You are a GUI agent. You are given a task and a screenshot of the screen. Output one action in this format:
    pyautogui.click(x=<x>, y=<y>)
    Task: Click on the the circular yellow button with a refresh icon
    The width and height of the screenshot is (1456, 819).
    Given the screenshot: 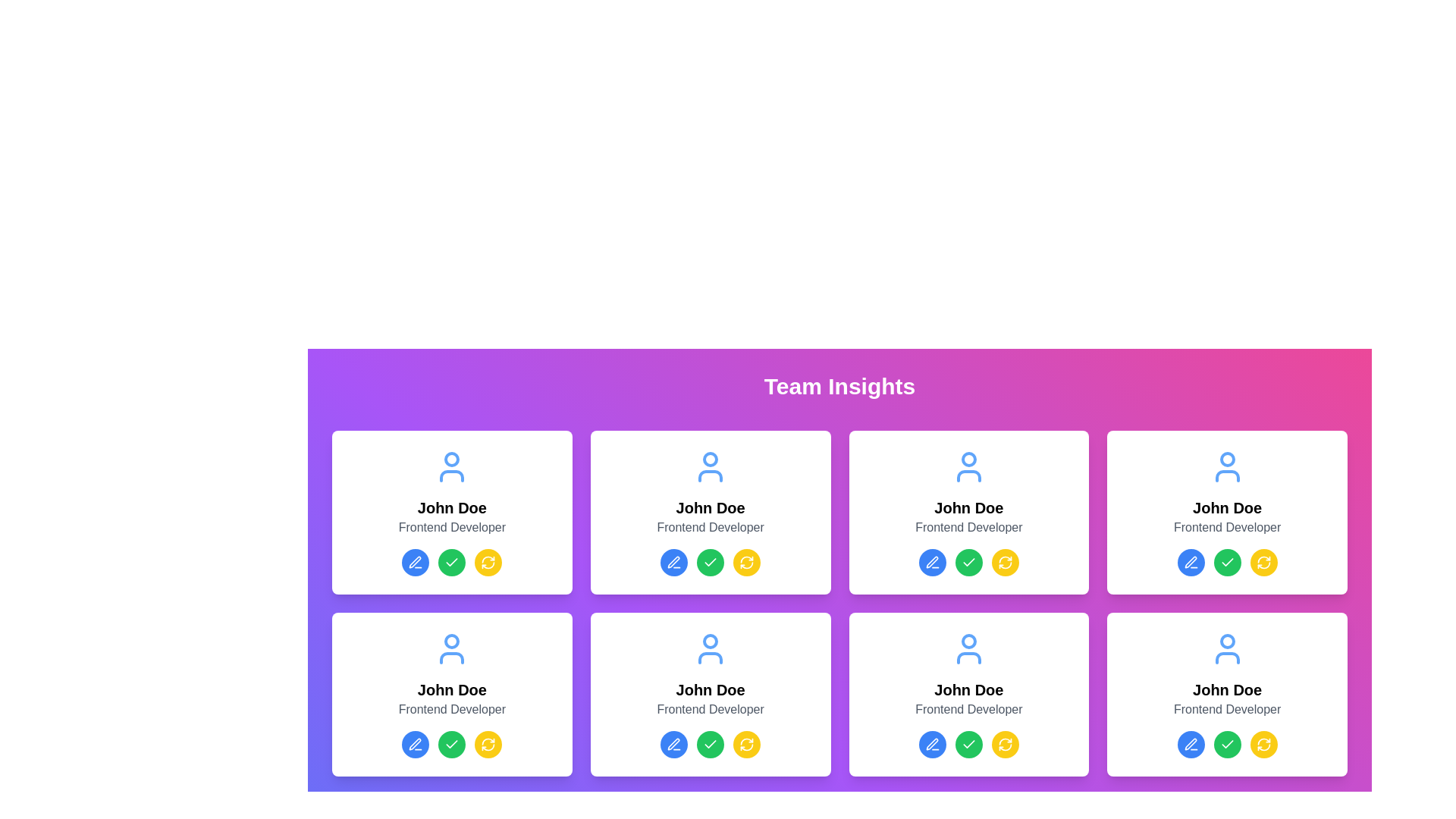 What is the action you would take?
    pyautogui.click(x=747, y=744)
    